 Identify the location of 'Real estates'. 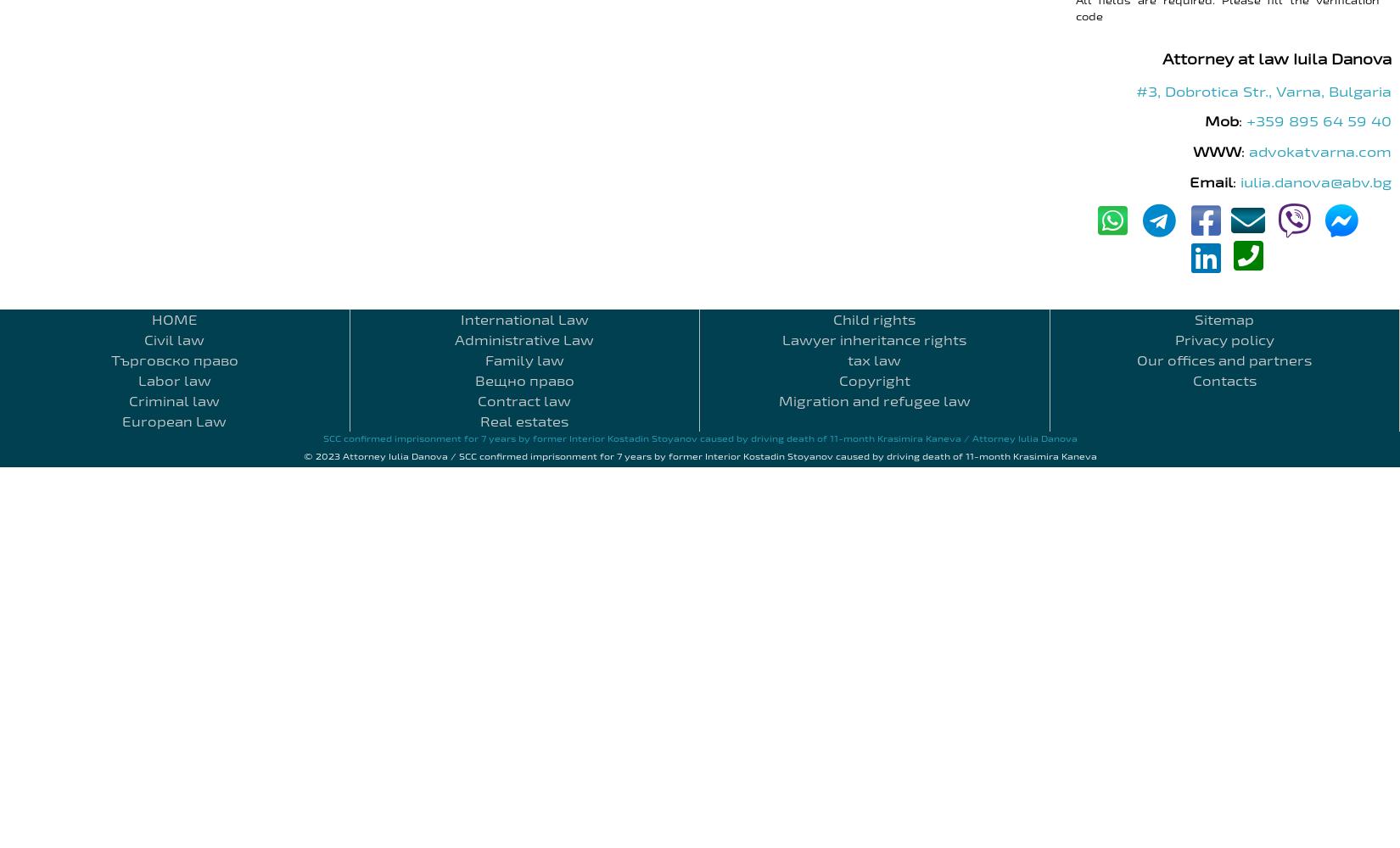
(523, 421).